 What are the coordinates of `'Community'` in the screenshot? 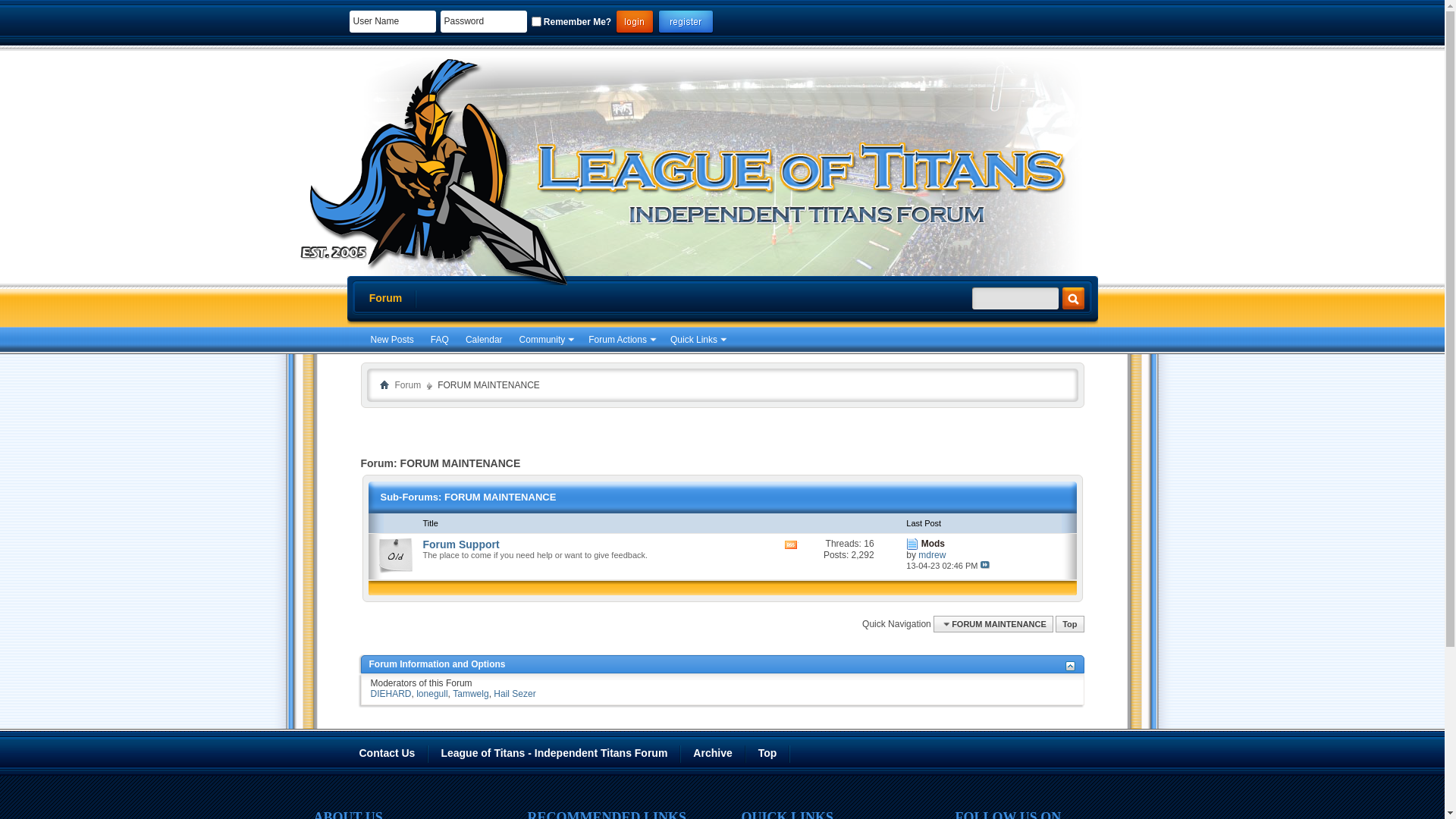 It's located at (514, 339).